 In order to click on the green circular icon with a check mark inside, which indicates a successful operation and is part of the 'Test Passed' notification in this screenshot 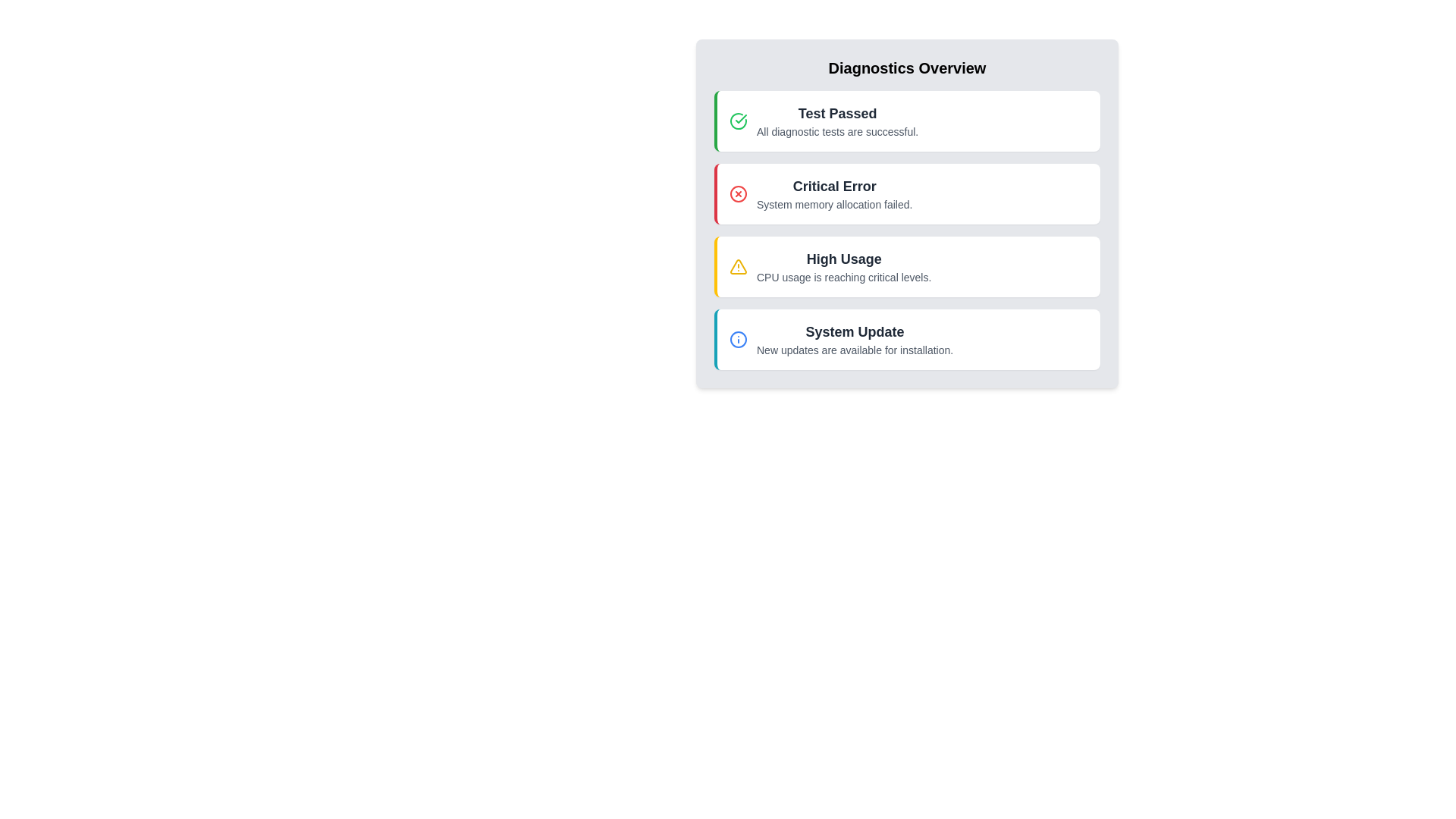, I will do `click(739, 120)`.